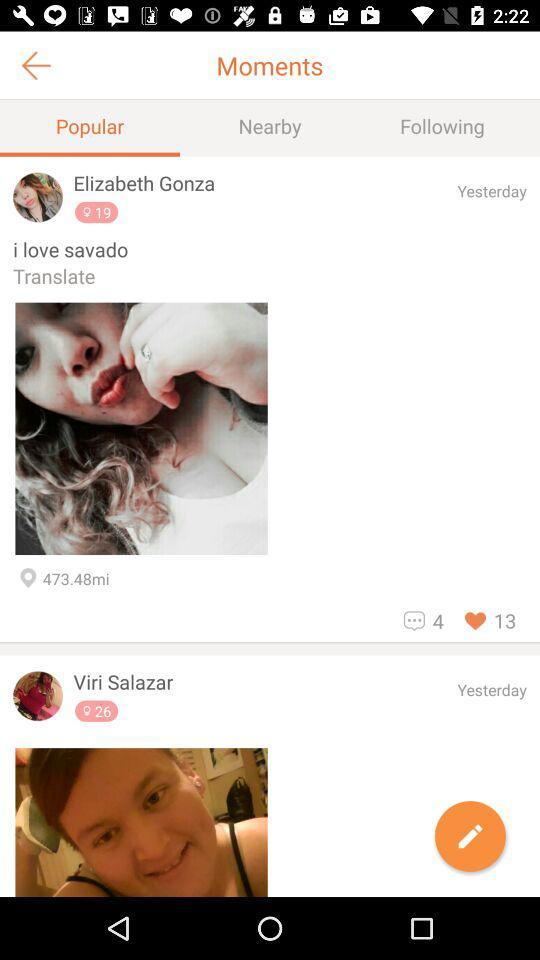 This screenshot has height=960, width=540. I want to click on profile, so click(38, 696).